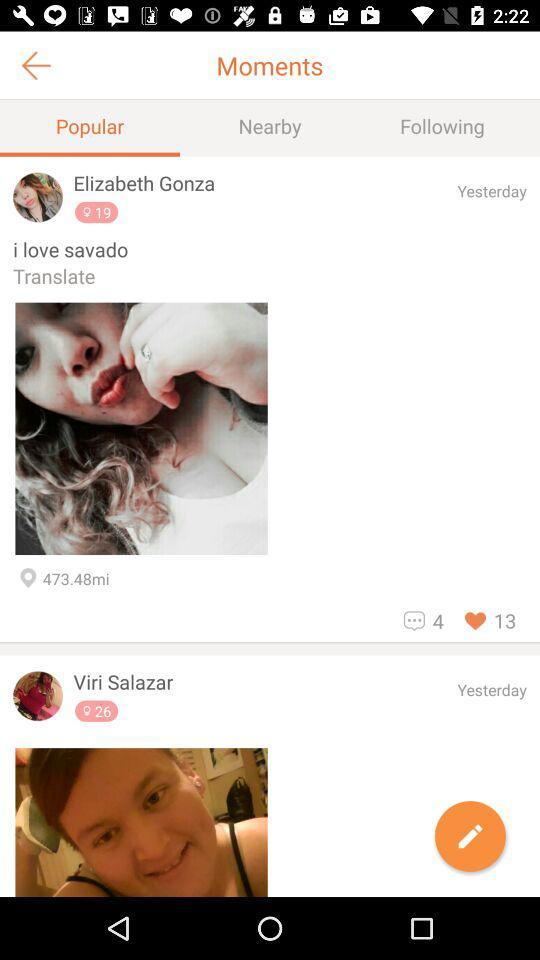 This screenshot has height=960, width=540. I want to click on profile, so click(38, 696).